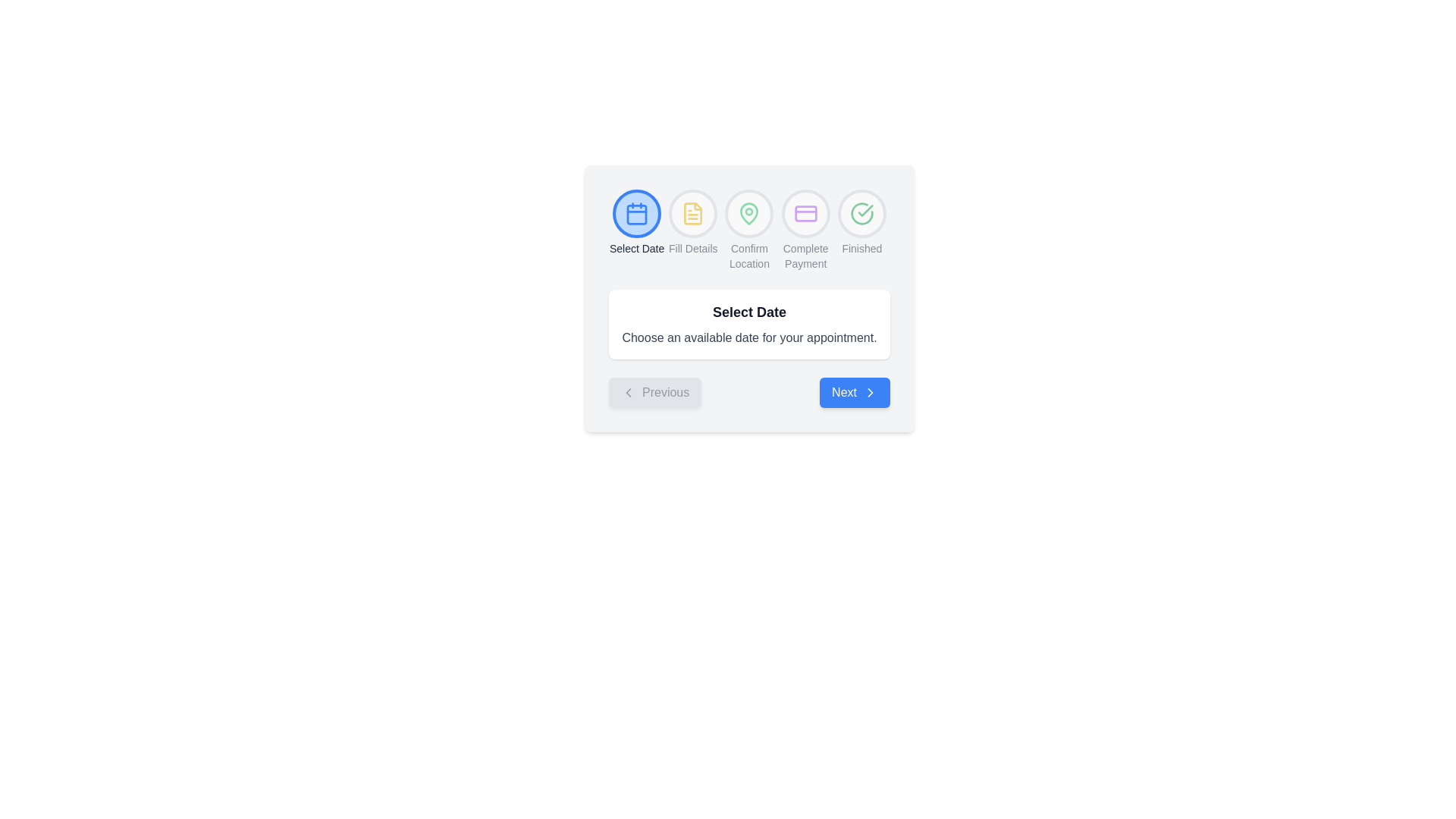 Image resolution: width=1456 pixels, height=819 pixels. Describe the element at coordinates (749, 256) in the screenshot. I see `the text label indicating the third step in the process that confirms the user's location, positioned beneath a green map pin icon and surrounded by other step labels` at that location.